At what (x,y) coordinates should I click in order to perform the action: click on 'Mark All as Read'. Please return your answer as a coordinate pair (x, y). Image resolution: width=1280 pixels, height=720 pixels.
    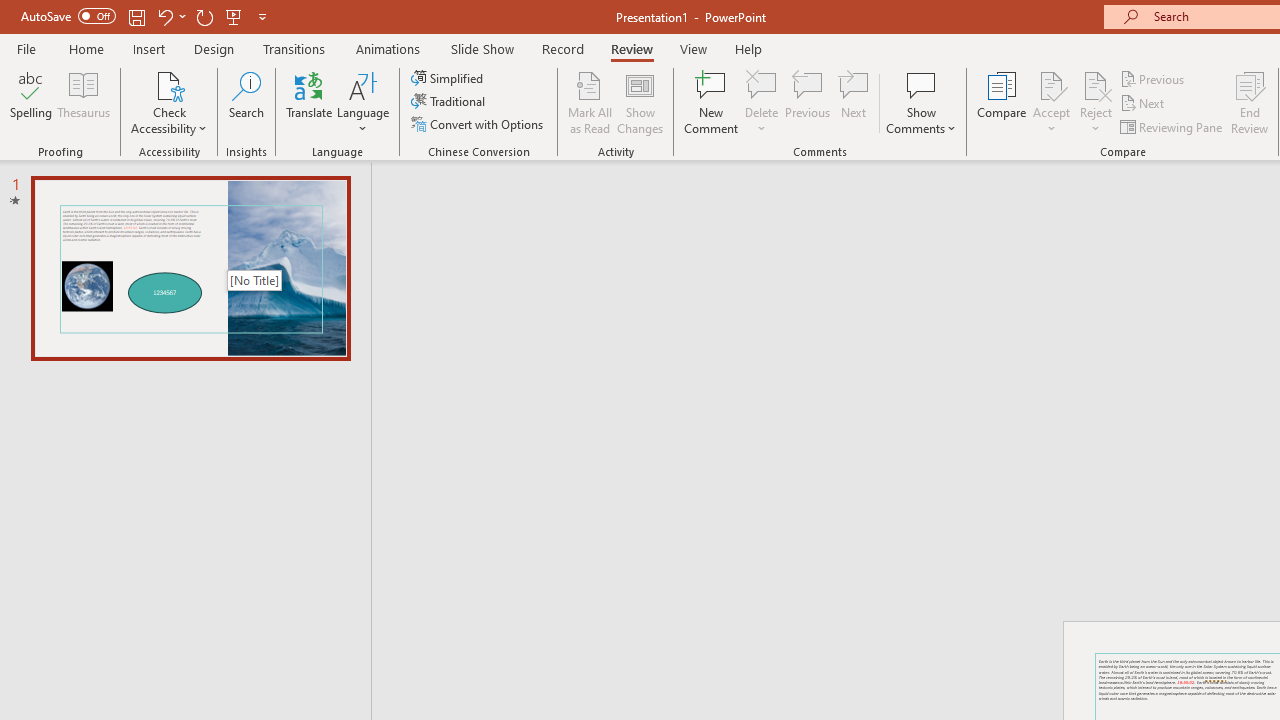
    Looking at the image, I should click on (589, 103).